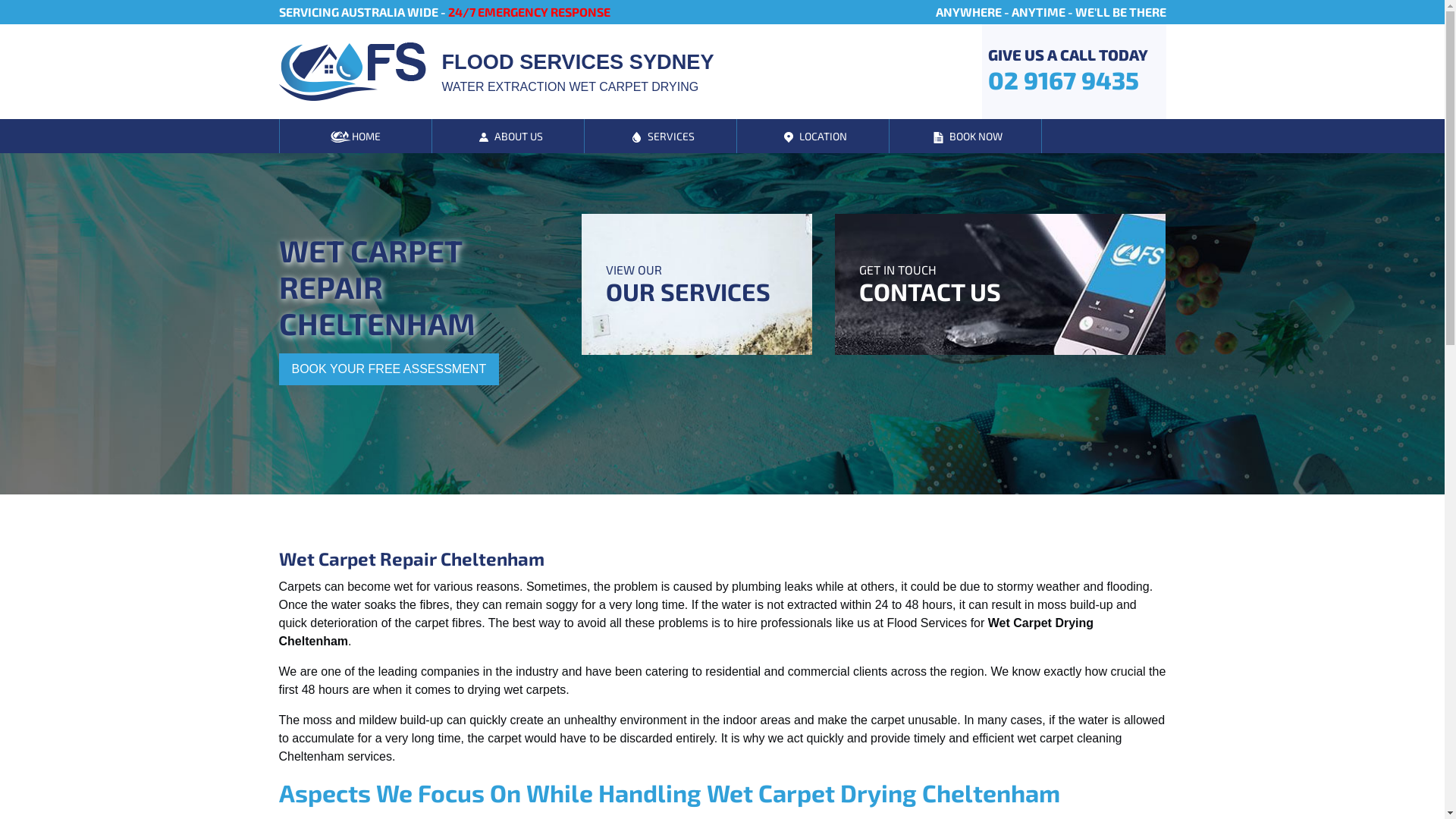 This screenshot has height=819, width=1456. Describe the element at coordinates (389, 369) in the screenshot. I see `'BOOK YOUR FREE ASSESSMENT'` at that location.